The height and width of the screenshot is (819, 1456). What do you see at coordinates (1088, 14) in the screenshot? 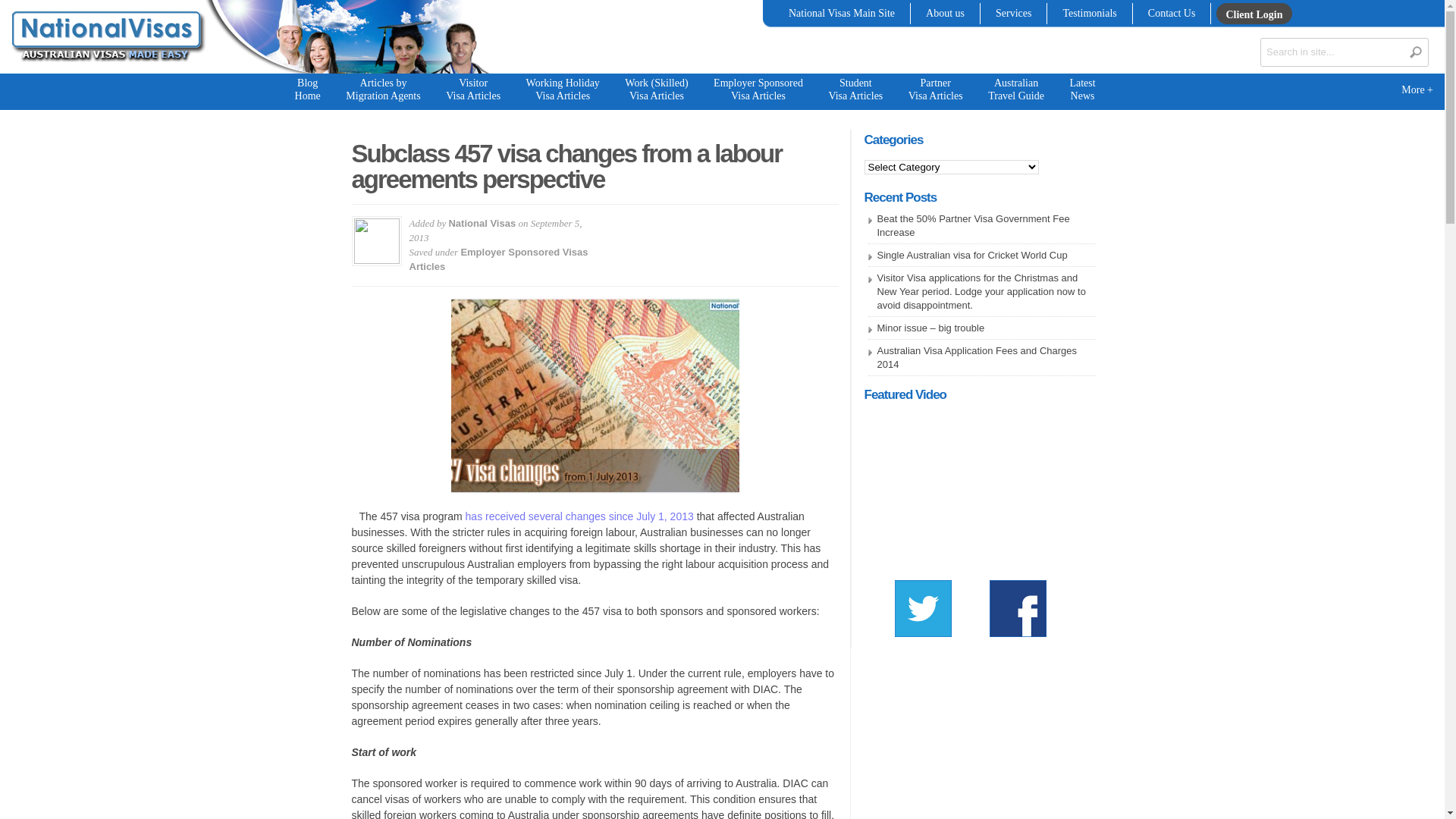
I see `'Testimonials'` at bounding box center [1088, 14].